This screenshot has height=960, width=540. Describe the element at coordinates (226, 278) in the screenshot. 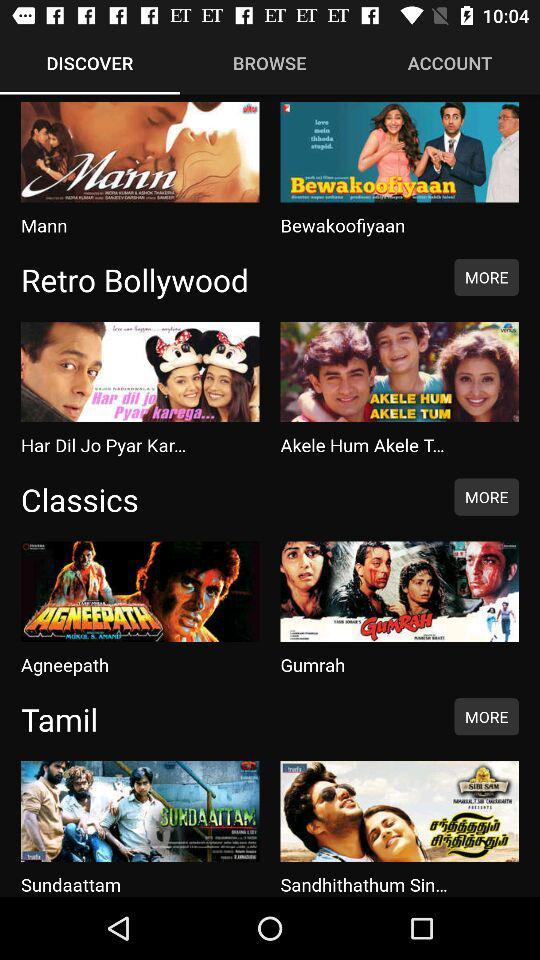

I see `the retro bollywood item` at that location.